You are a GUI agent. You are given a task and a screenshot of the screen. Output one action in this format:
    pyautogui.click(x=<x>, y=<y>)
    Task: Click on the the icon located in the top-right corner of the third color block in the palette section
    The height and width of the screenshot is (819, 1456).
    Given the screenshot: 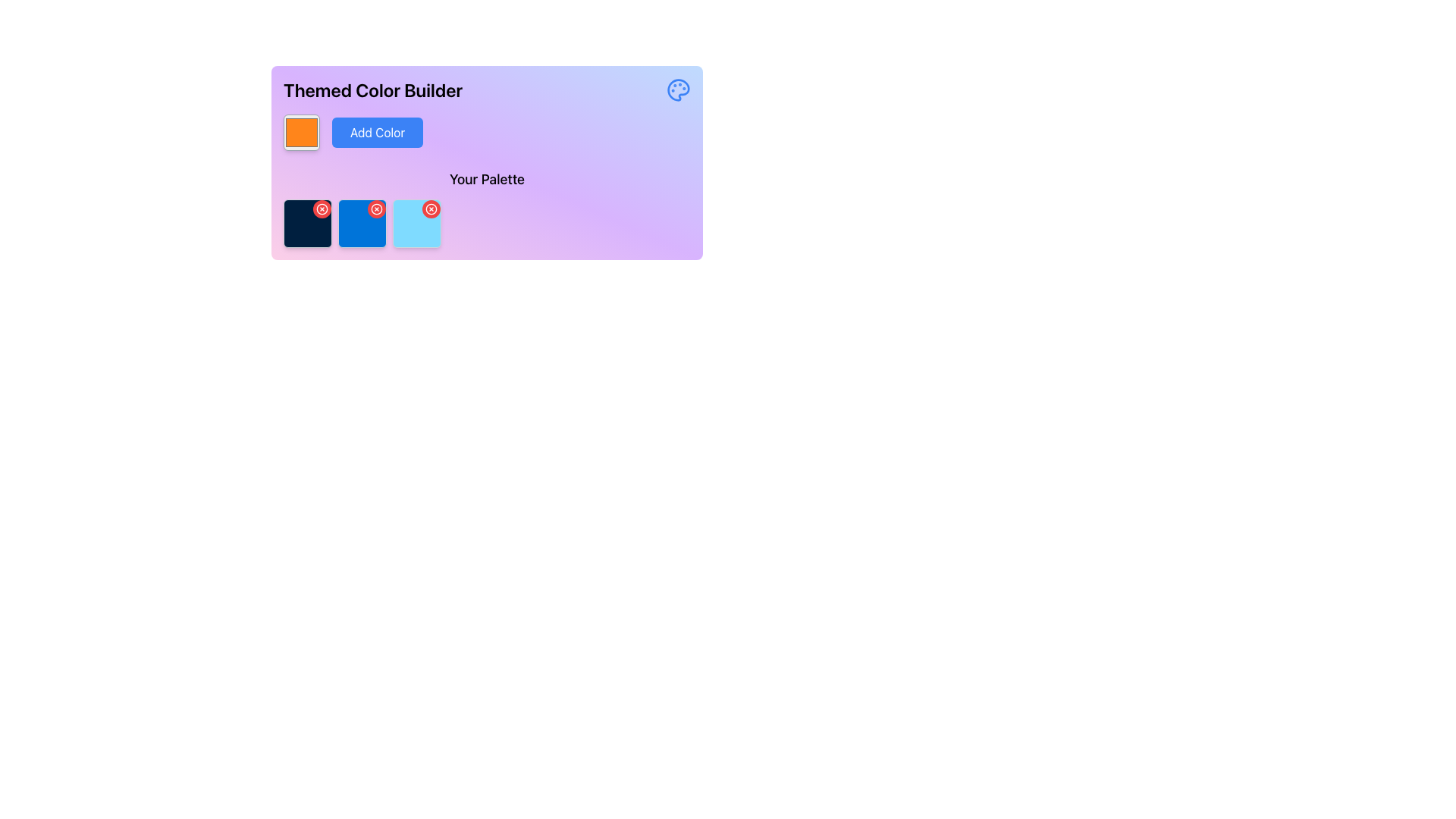 What is the action you would take?
    pyautogui.click(x=431, y=209)
    